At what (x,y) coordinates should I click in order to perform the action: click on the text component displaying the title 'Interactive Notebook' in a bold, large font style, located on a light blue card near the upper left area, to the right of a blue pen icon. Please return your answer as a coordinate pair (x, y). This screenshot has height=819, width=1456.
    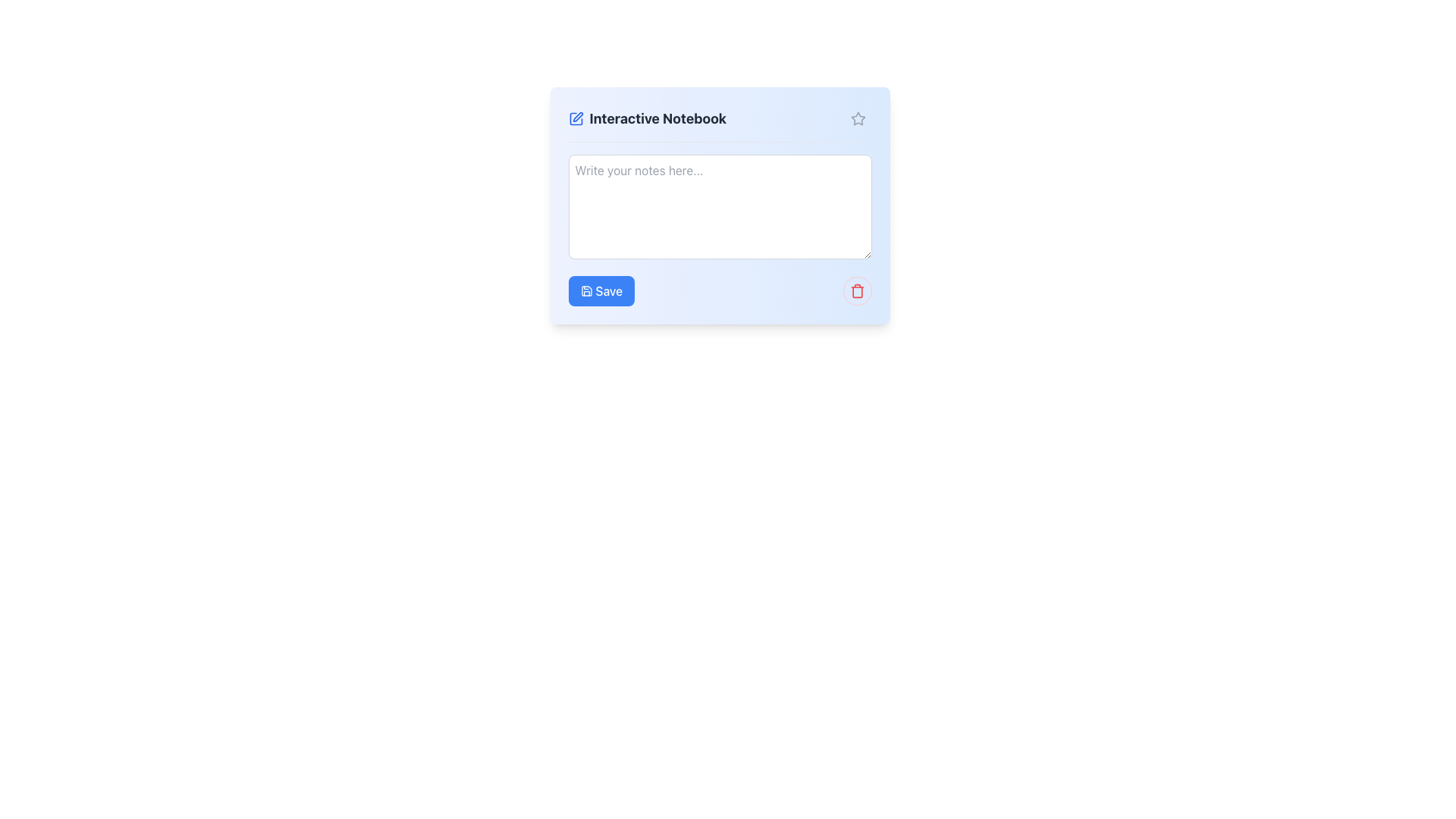
    Looking at the image, I should click on (657, 118).